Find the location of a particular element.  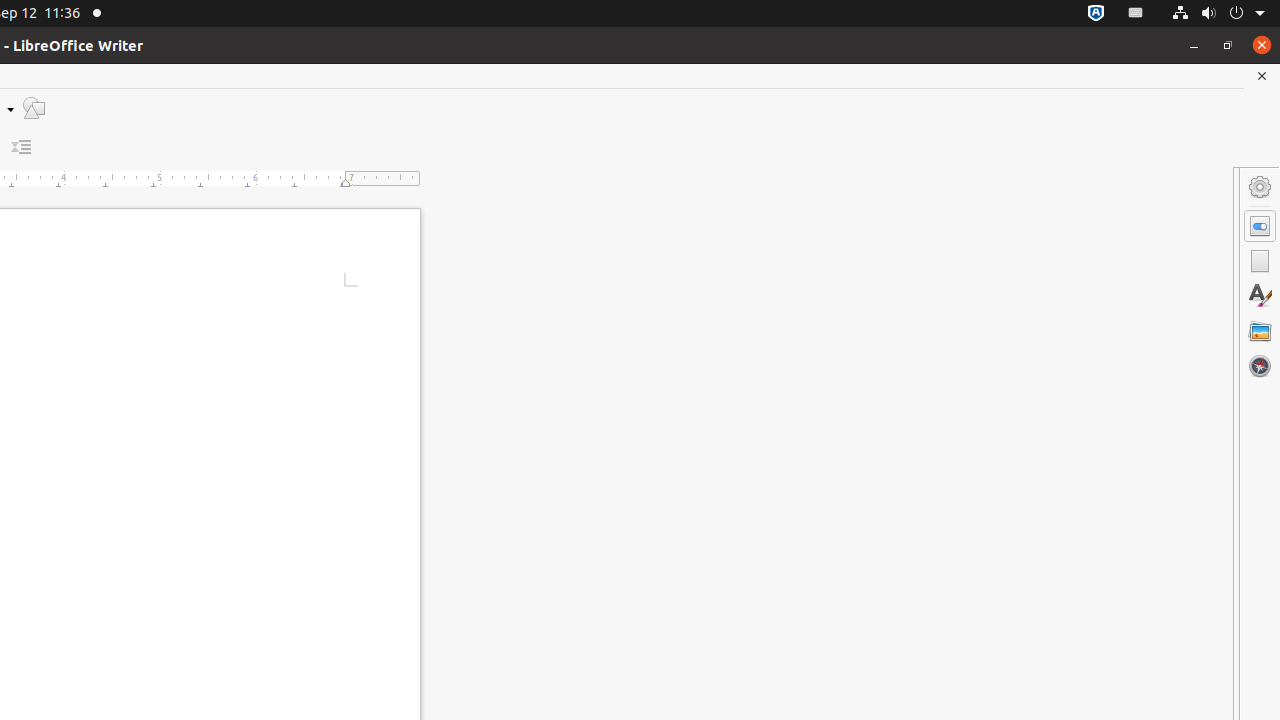

'Decrease' is located at coordinates (21, 146).